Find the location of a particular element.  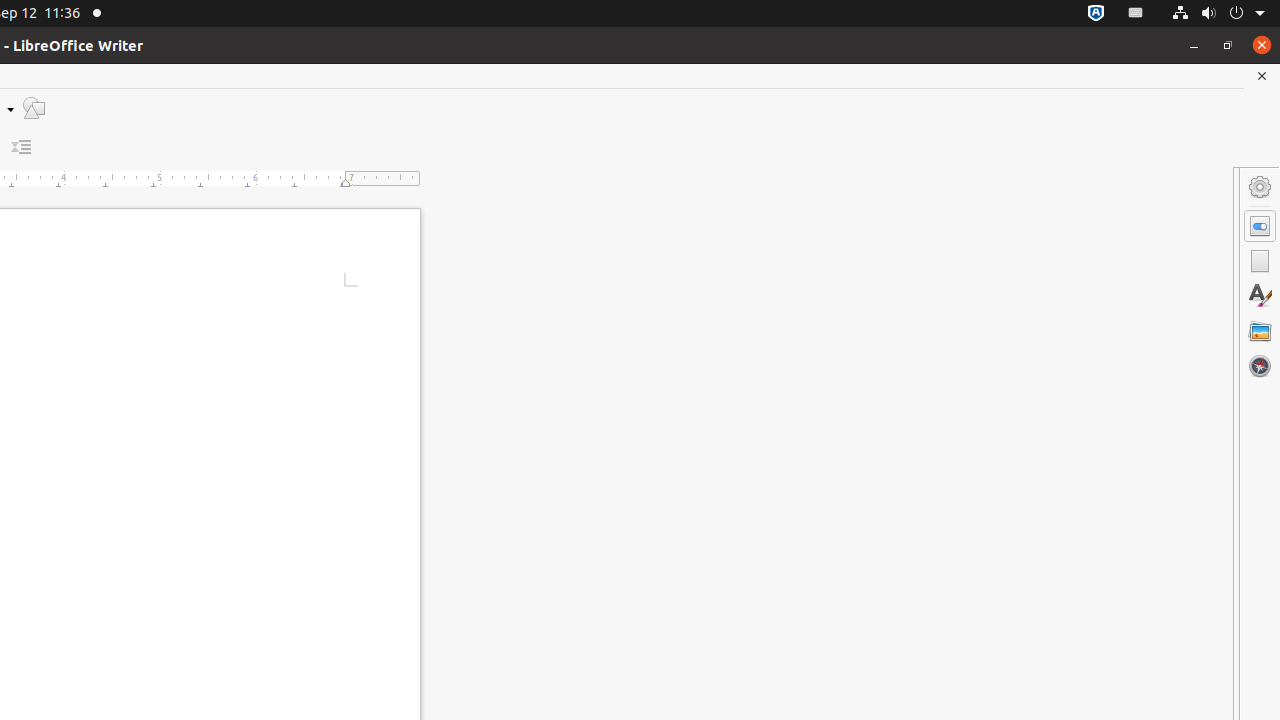

'Decrease' is located at coordinates (21, 146).